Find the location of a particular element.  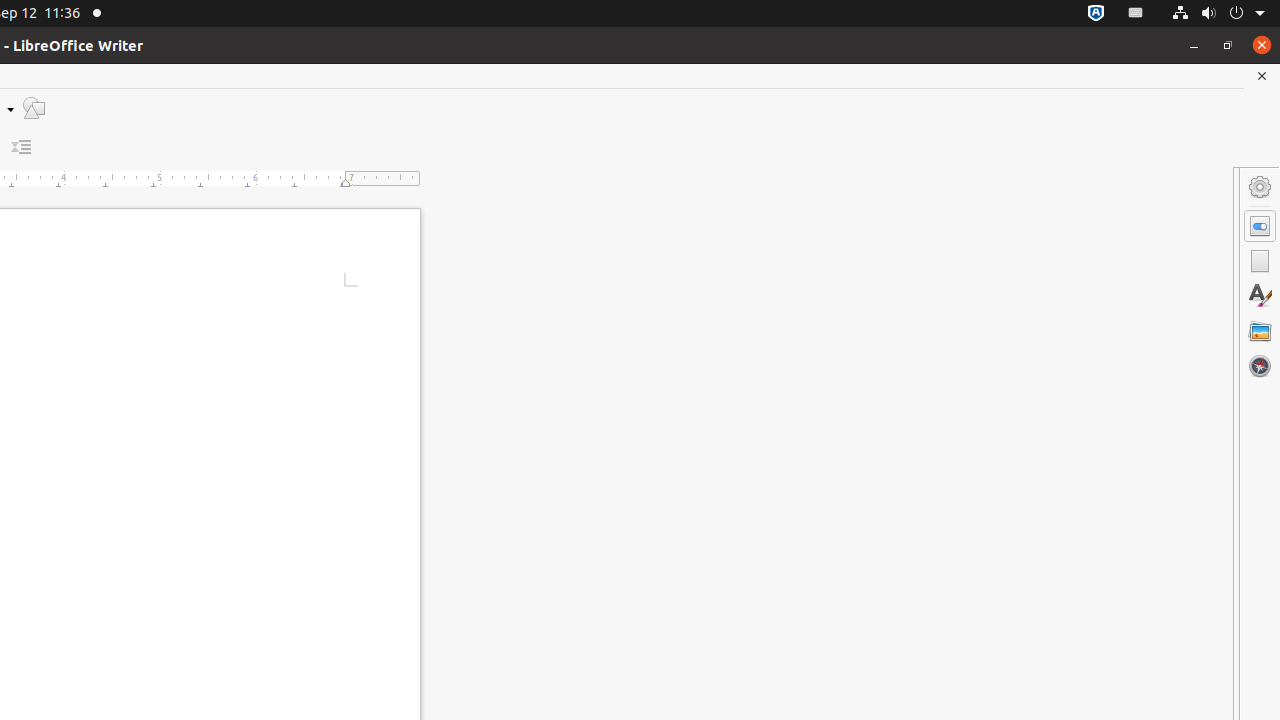

'Decrease' is located at coordinates (21, 146).